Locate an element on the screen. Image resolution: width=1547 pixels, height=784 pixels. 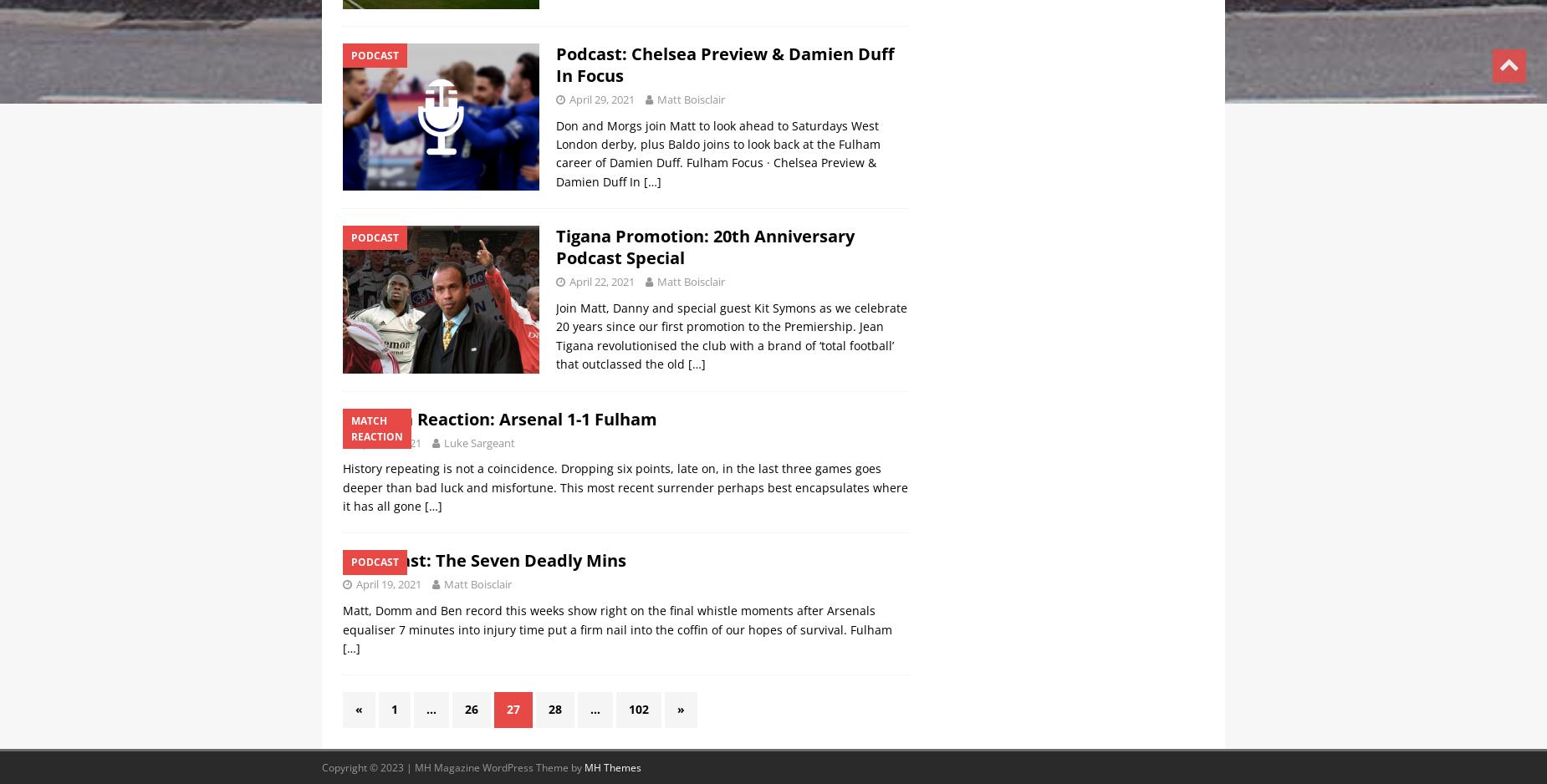
'April 20, 2021' is located at coordinates (602, 441).